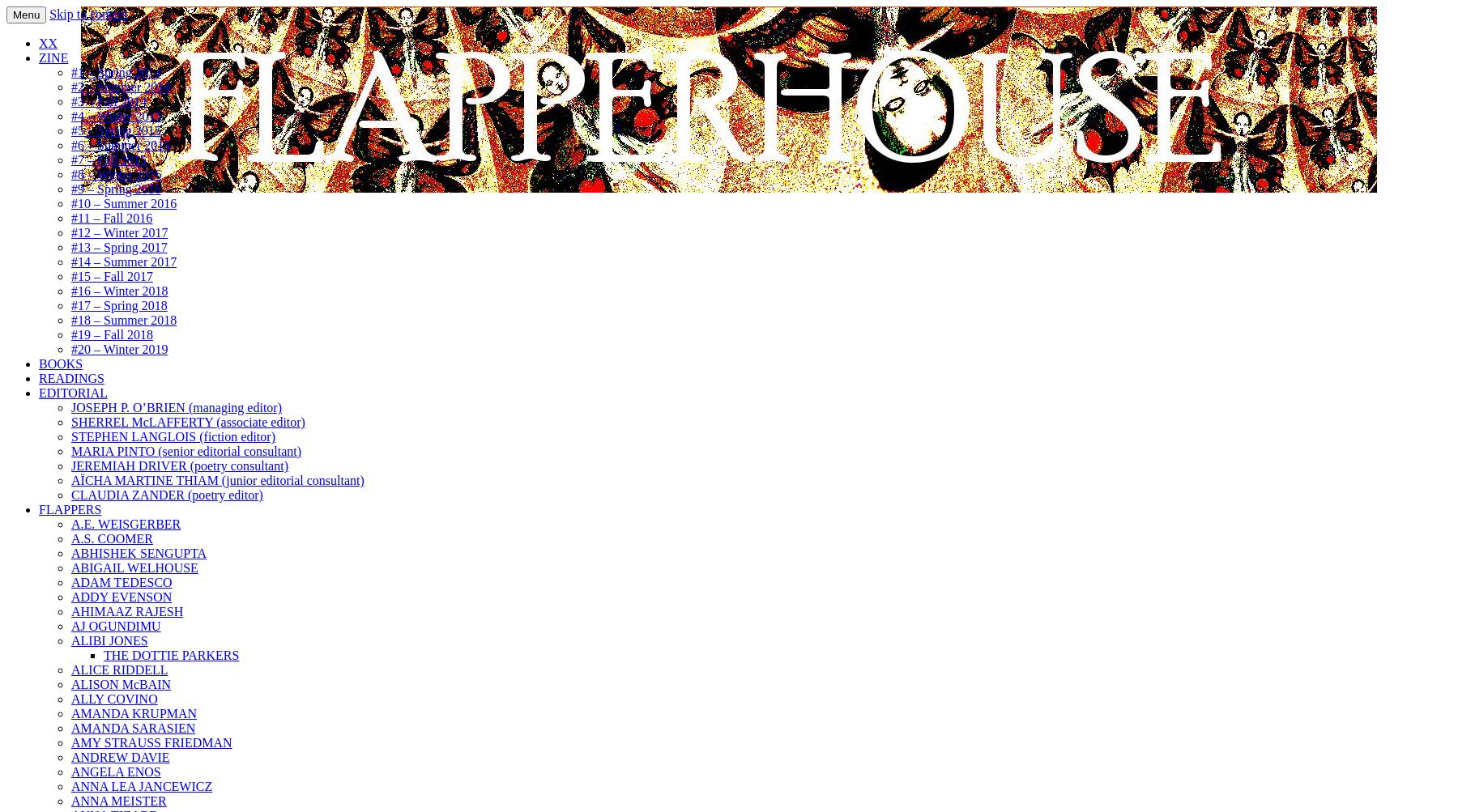  Describe the element at coordinates (121, 581) in the screenshot. I see `'ADAM TEDESCO'` at that location.